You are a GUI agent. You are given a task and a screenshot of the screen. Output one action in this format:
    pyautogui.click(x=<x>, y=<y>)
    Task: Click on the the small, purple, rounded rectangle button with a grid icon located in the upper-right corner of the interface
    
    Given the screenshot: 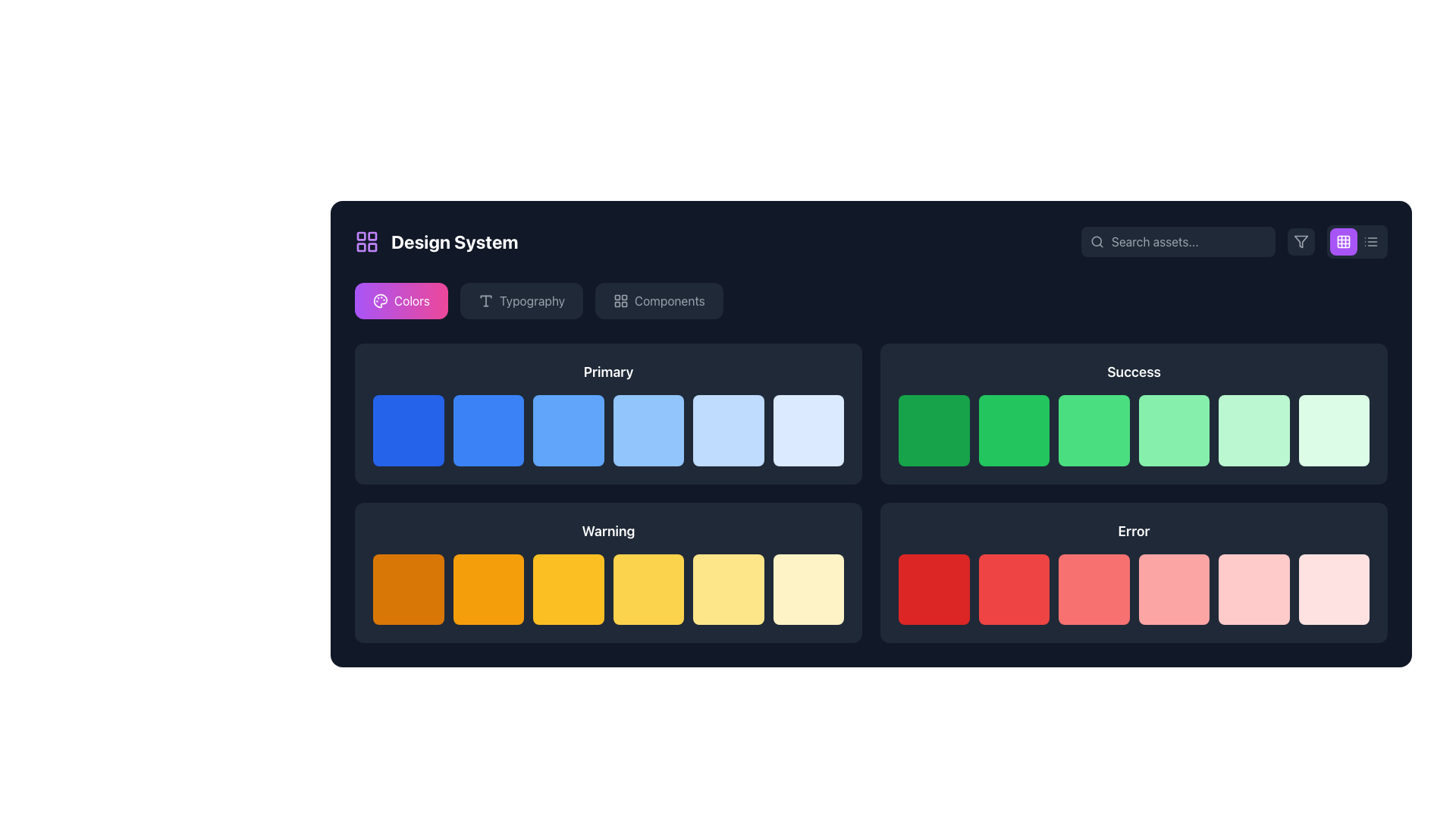 What is the action you would take?
    pyautogui.click(x=1343, y=241)
    